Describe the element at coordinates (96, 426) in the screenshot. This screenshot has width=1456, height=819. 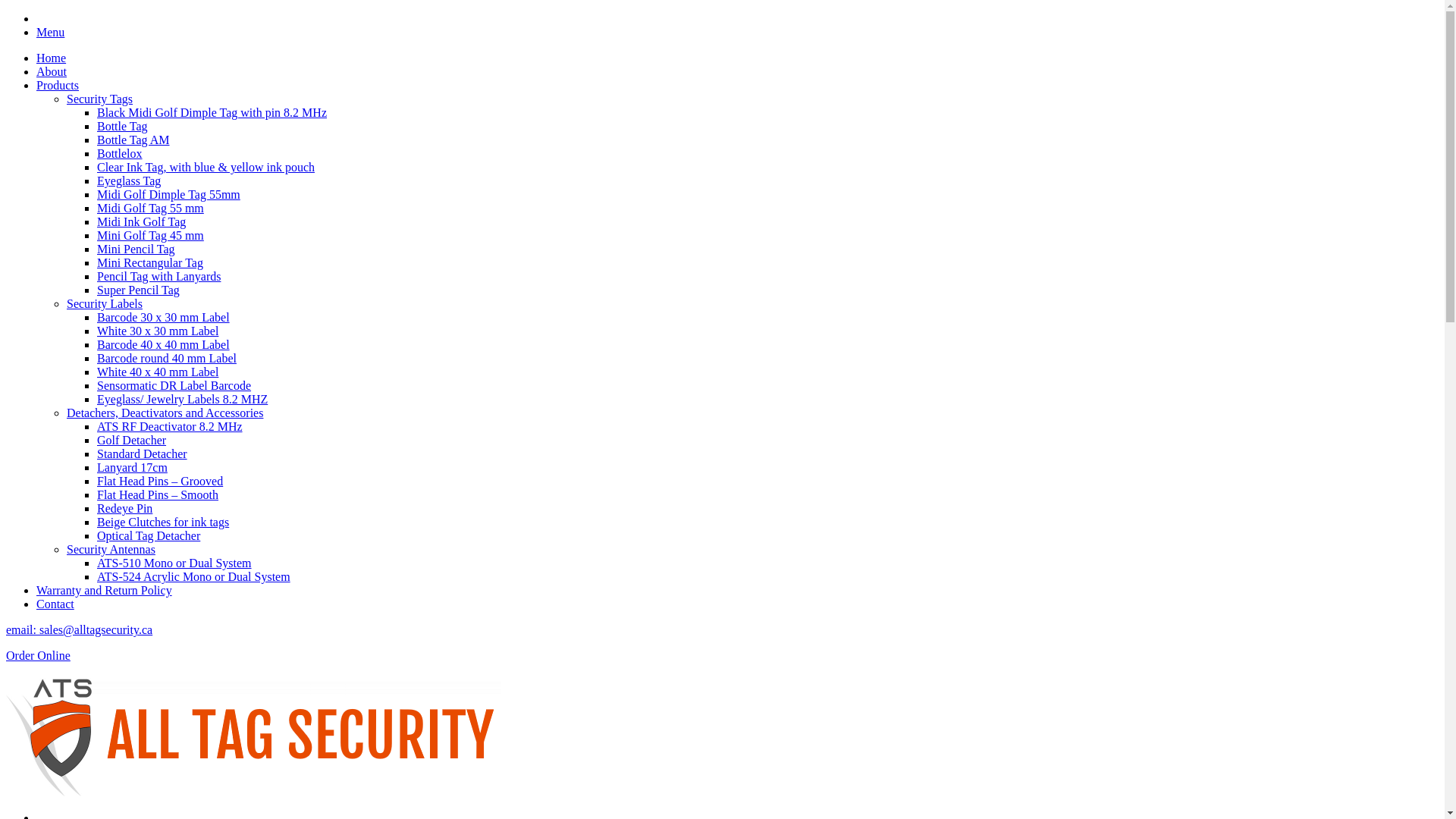
I see `'ATS RF Deactivator 8.2 MHz'` at that location.